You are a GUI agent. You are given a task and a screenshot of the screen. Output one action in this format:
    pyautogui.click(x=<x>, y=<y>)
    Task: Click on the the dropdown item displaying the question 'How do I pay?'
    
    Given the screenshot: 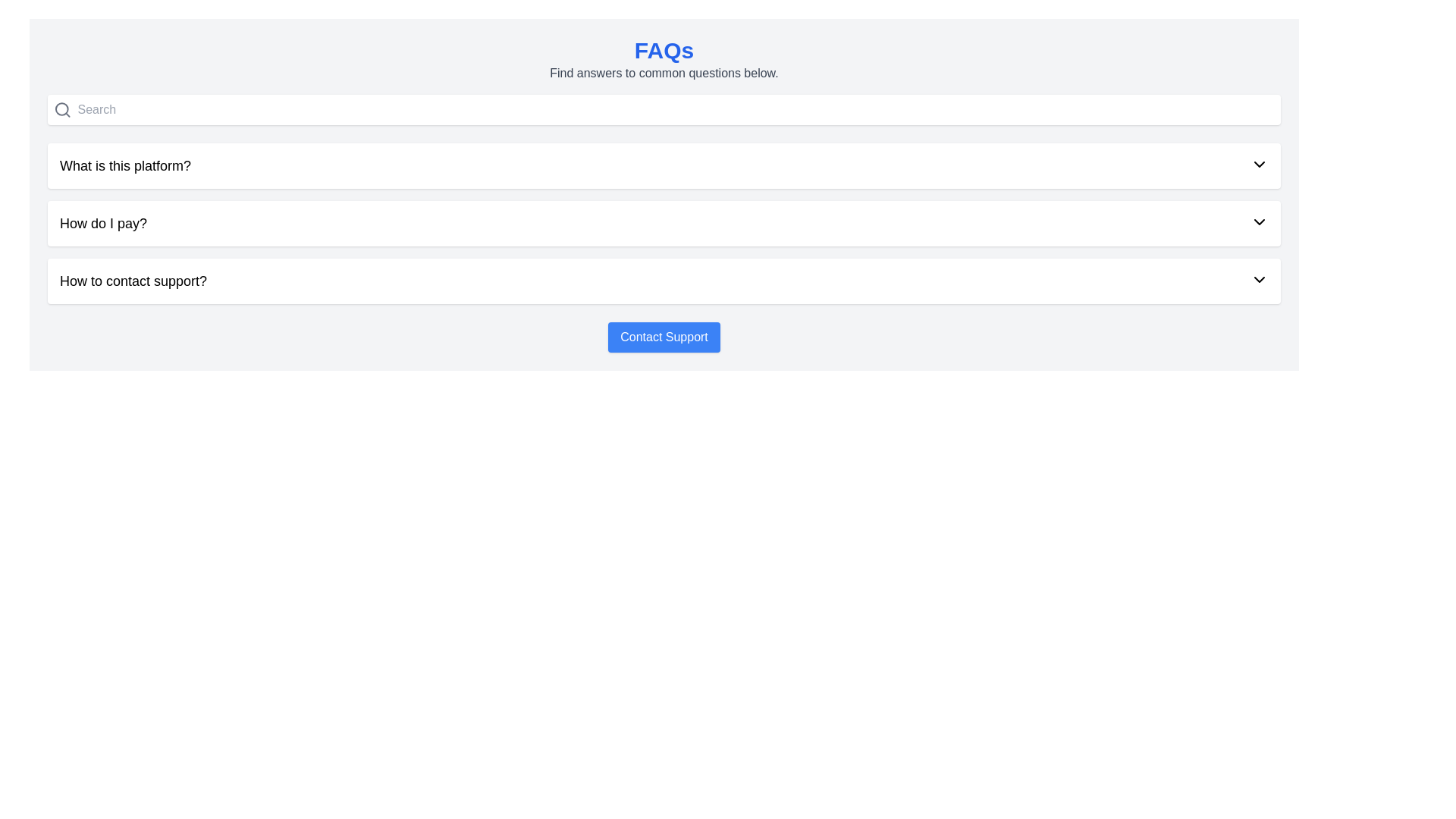 What is the action you would take?
    pyautogui.click(x=664, y=223)
    